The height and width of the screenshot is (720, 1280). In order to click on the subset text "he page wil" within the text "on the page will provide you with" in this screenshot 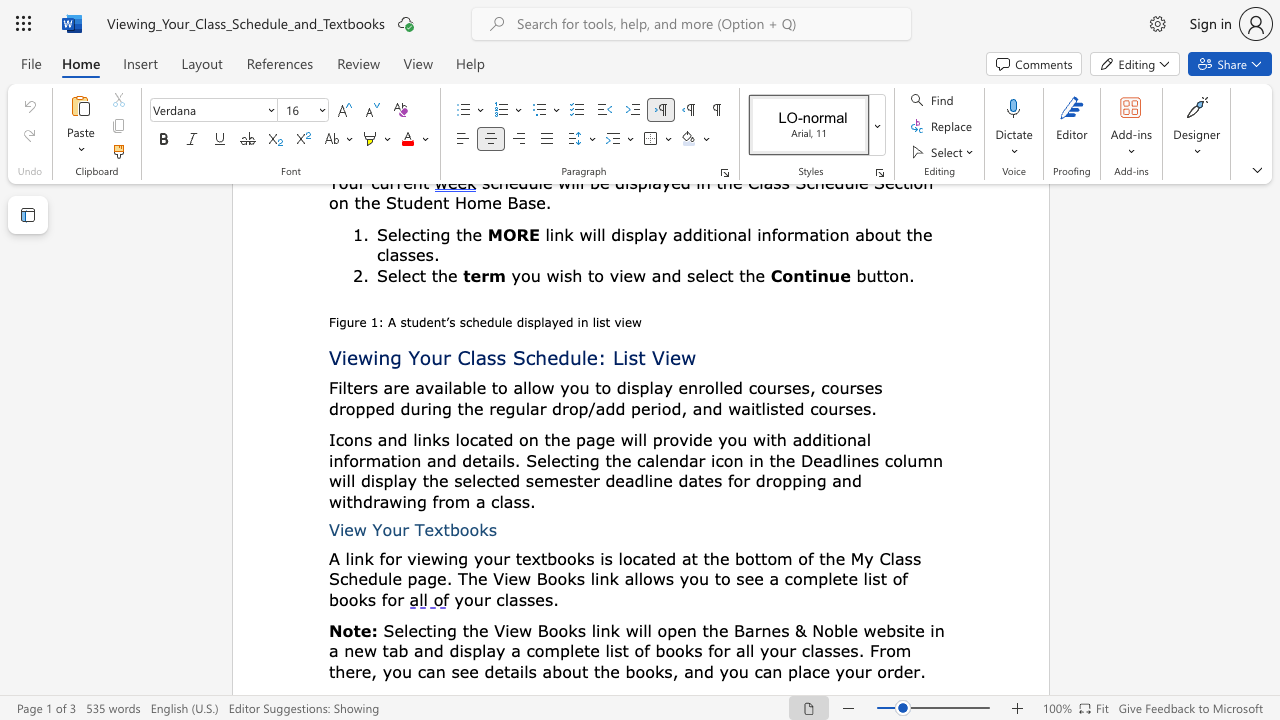, I will do `click(550, 438)`.